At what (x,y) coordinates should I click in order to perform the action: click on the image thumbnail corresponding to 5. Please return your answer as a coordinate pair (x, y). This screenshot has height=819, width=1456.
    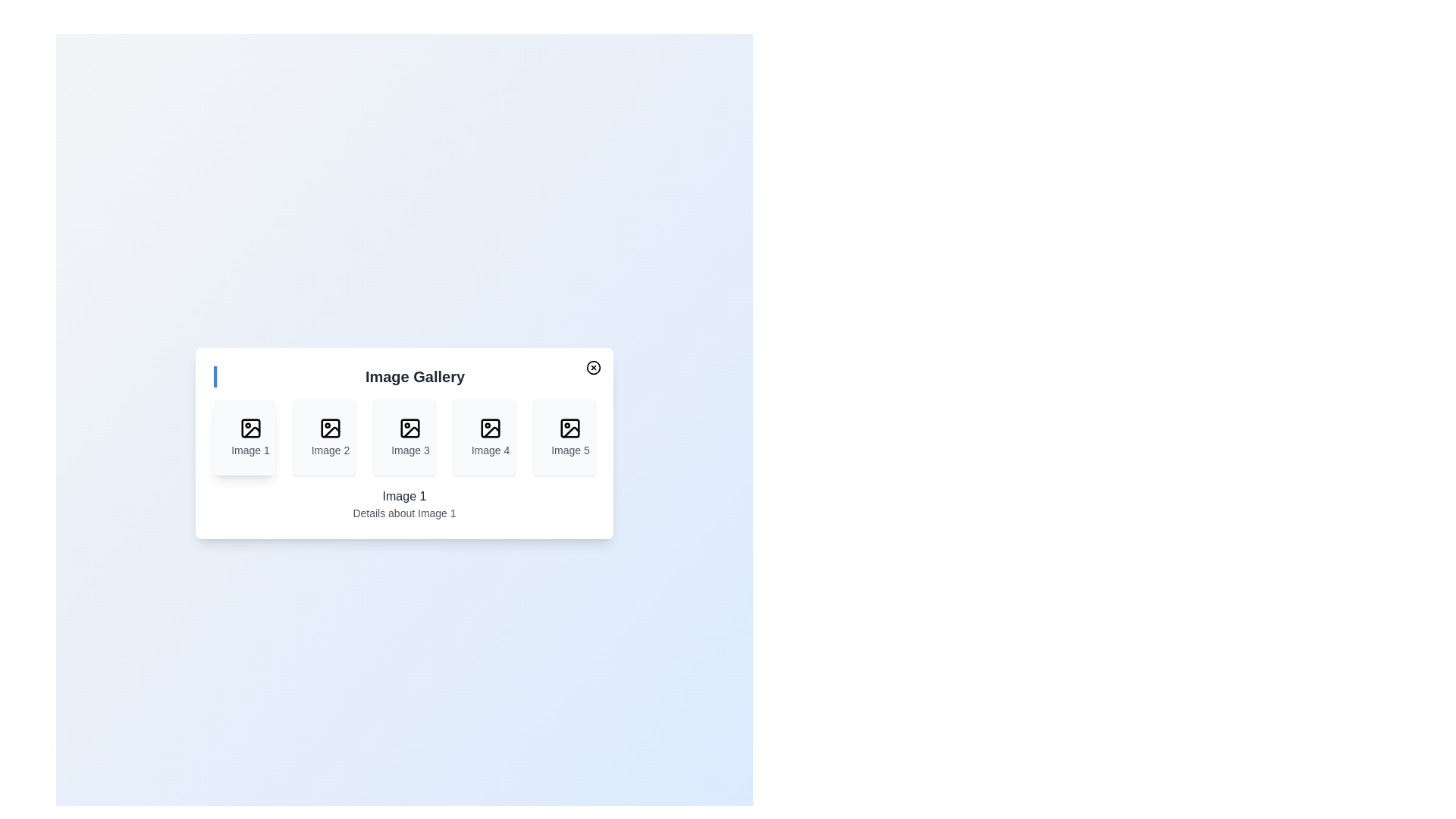
    Looking at the image, I should click on (563, 438).